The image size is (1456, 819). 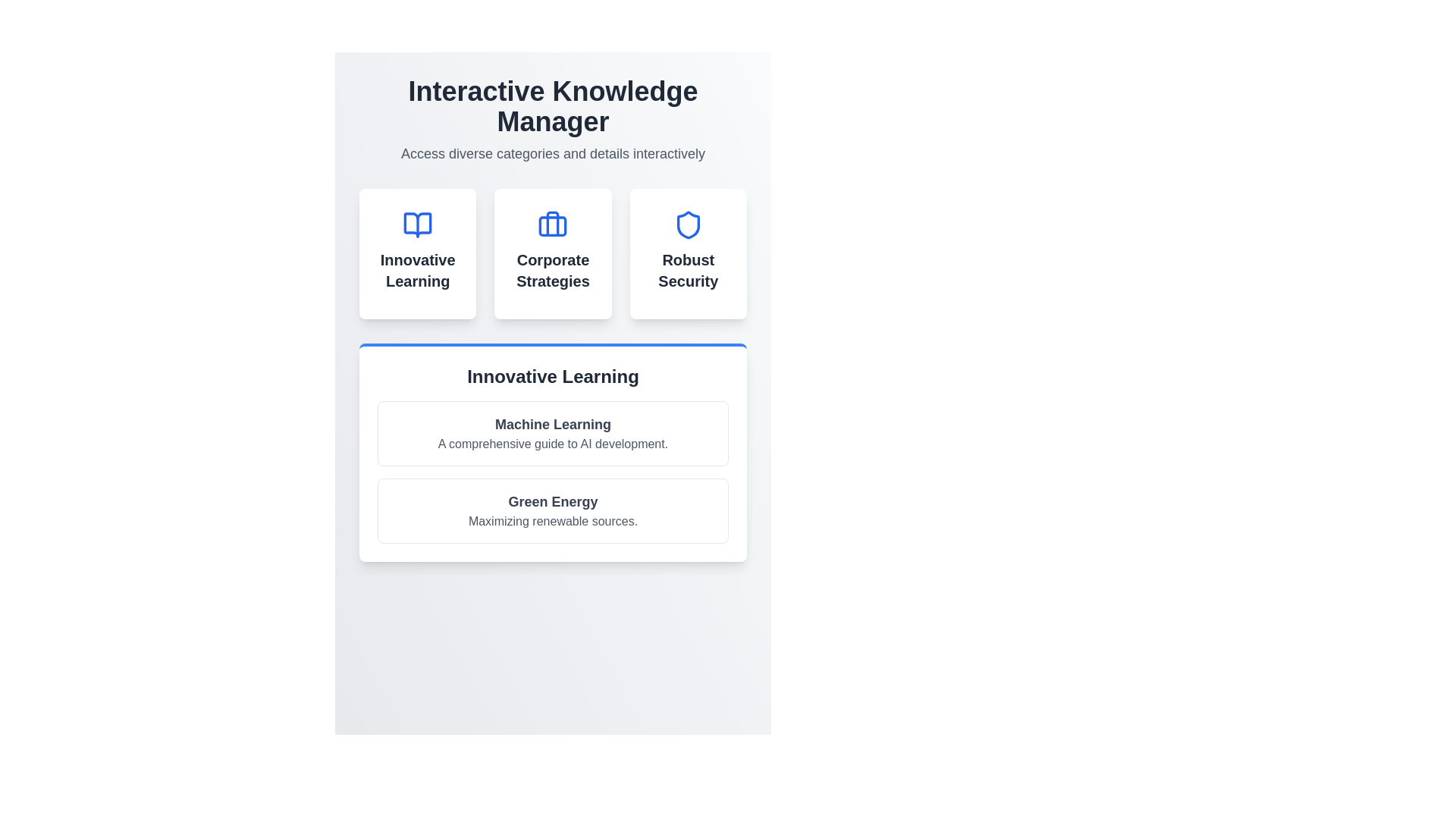 What do you see at coordinates (687, 225) in the screenshot?
I see `the security icon located in the top-right corner of the 'Robust Security' card` at bounding box center [687, 225].